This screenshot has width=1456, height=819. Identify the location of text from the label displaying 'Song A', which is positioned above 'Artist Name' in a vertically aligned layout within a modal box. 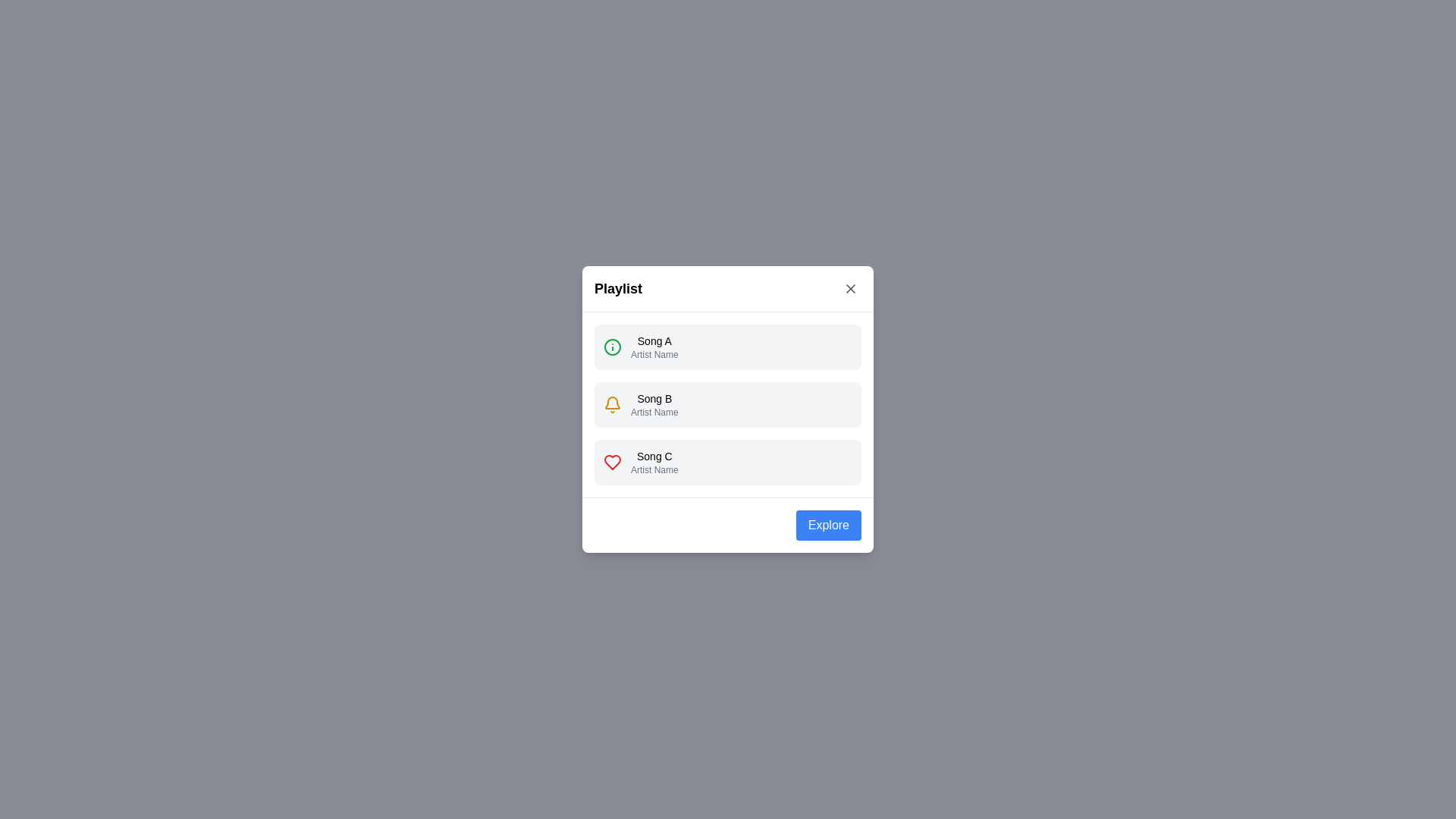
(654, 341).